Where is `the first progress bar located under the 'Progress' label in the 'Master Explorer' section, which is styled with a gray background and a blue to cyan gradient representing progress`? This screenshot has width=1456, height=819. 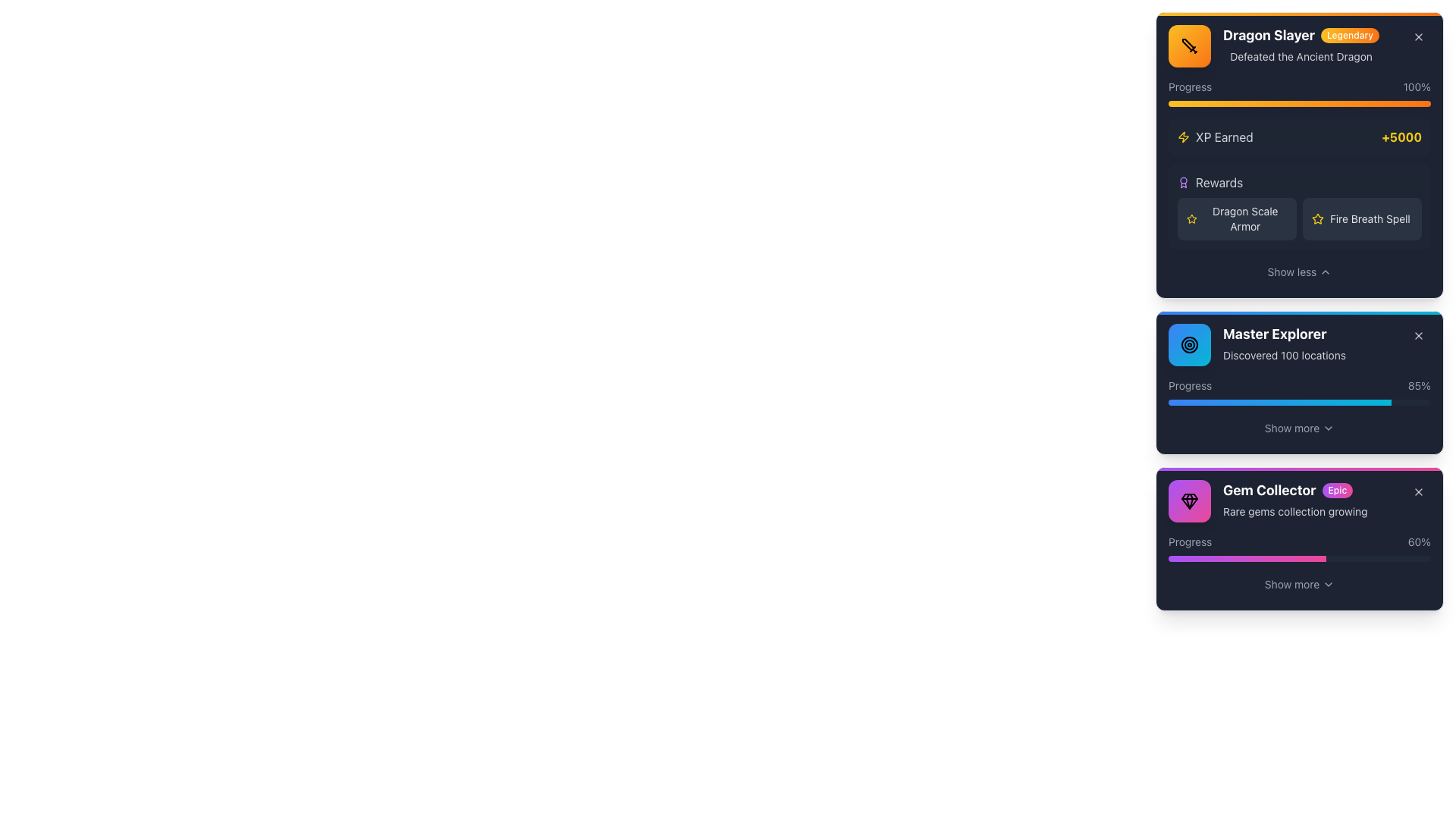 the first progress bar located under the 'Progress' label in the 'Master Explorer' section, which is styled with a gray background and a blue to cyan gradient representing progress is located at coordinates (1298, 402).